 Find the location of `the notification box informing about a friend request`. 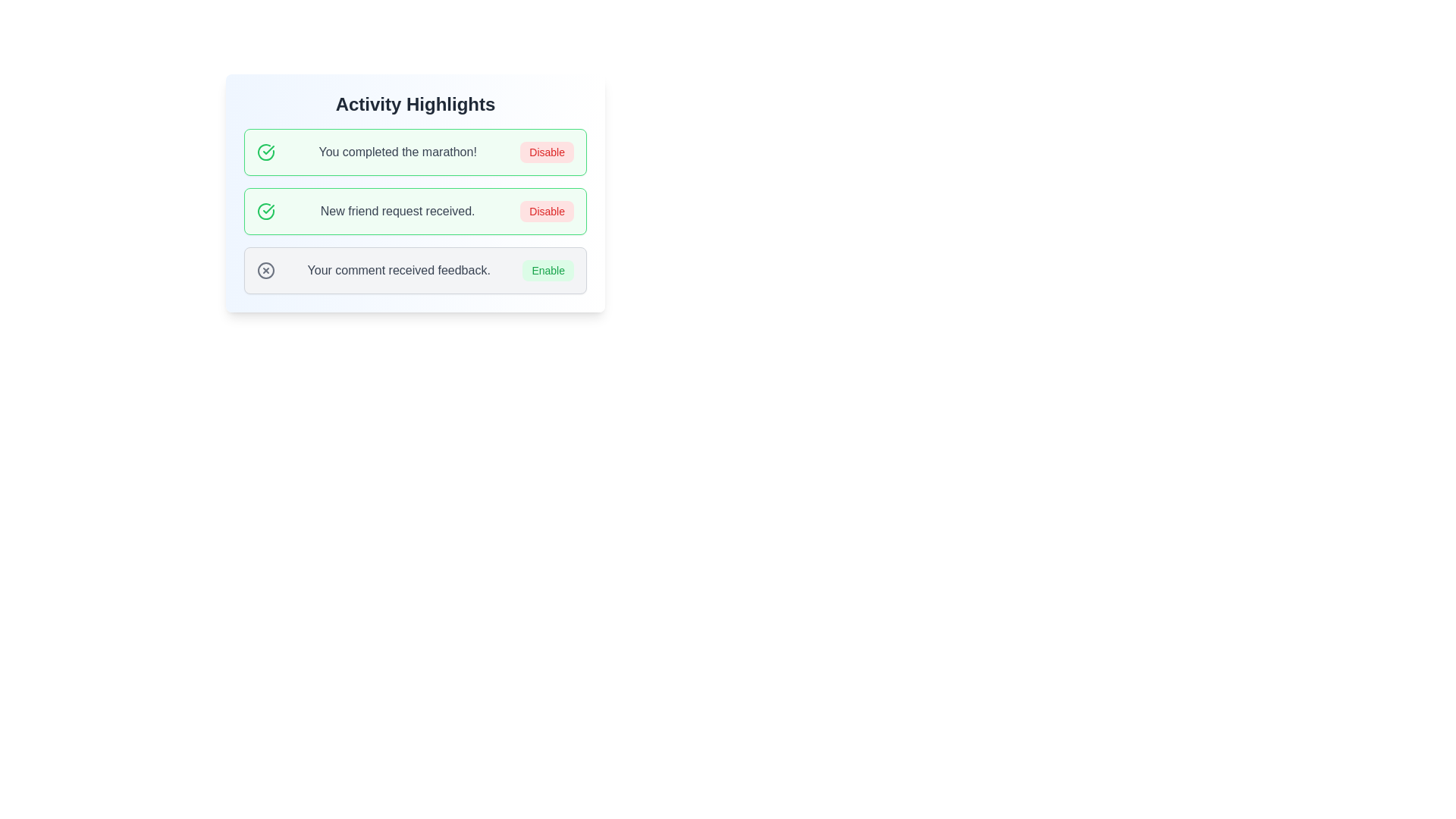

the notification box informing about a friend request is located at coordinates (415, 211).